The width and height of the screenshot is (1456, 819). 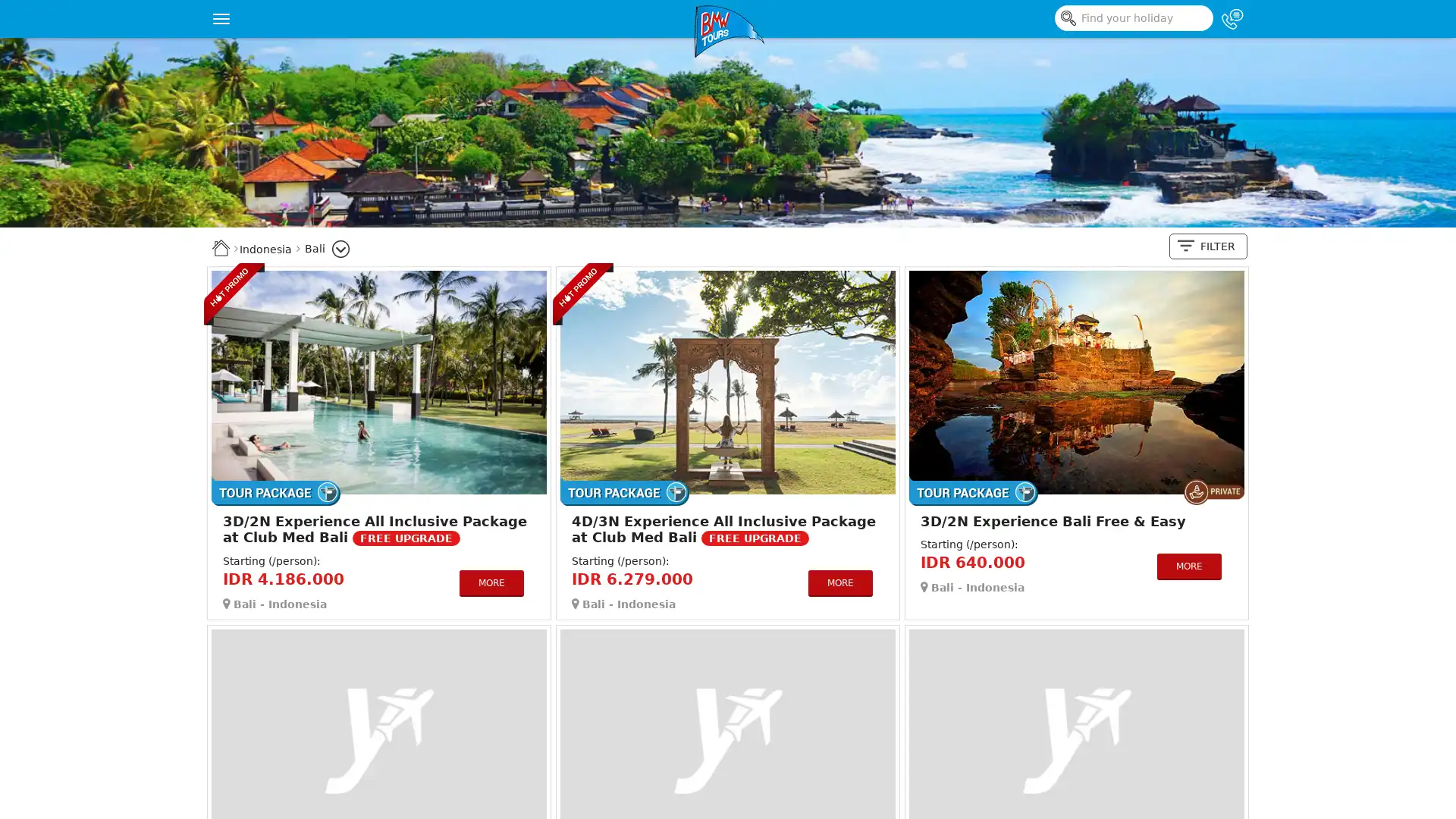 What do you see at coordinates (839, 582) in the screenshot?
I see `MORE` at bounding box center [839, 582].